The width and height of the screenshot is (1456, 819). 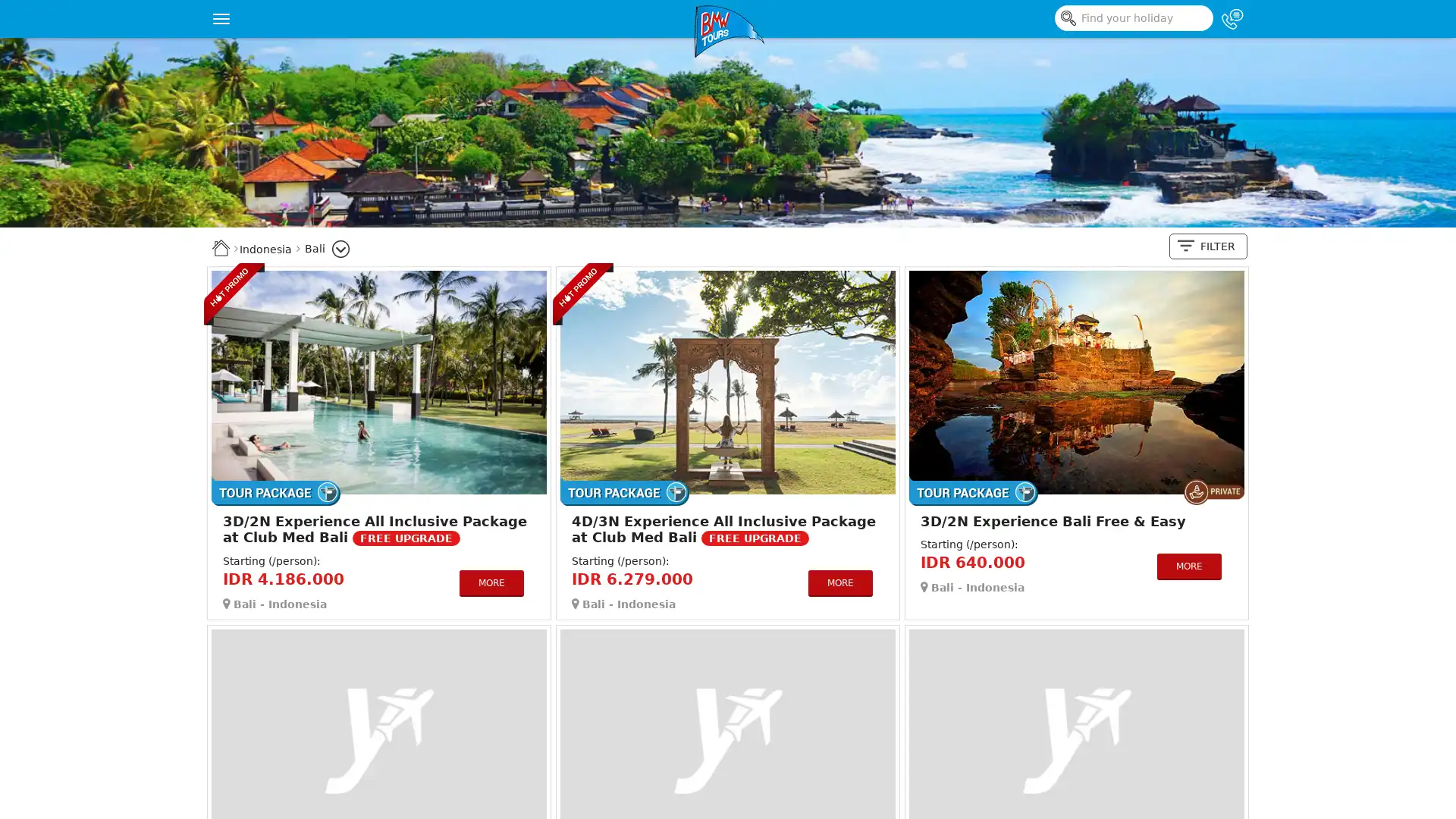 What do you see at coordinates (839, 582) in the screenshot?
I see `MORE` at bounding box center [839, 582].